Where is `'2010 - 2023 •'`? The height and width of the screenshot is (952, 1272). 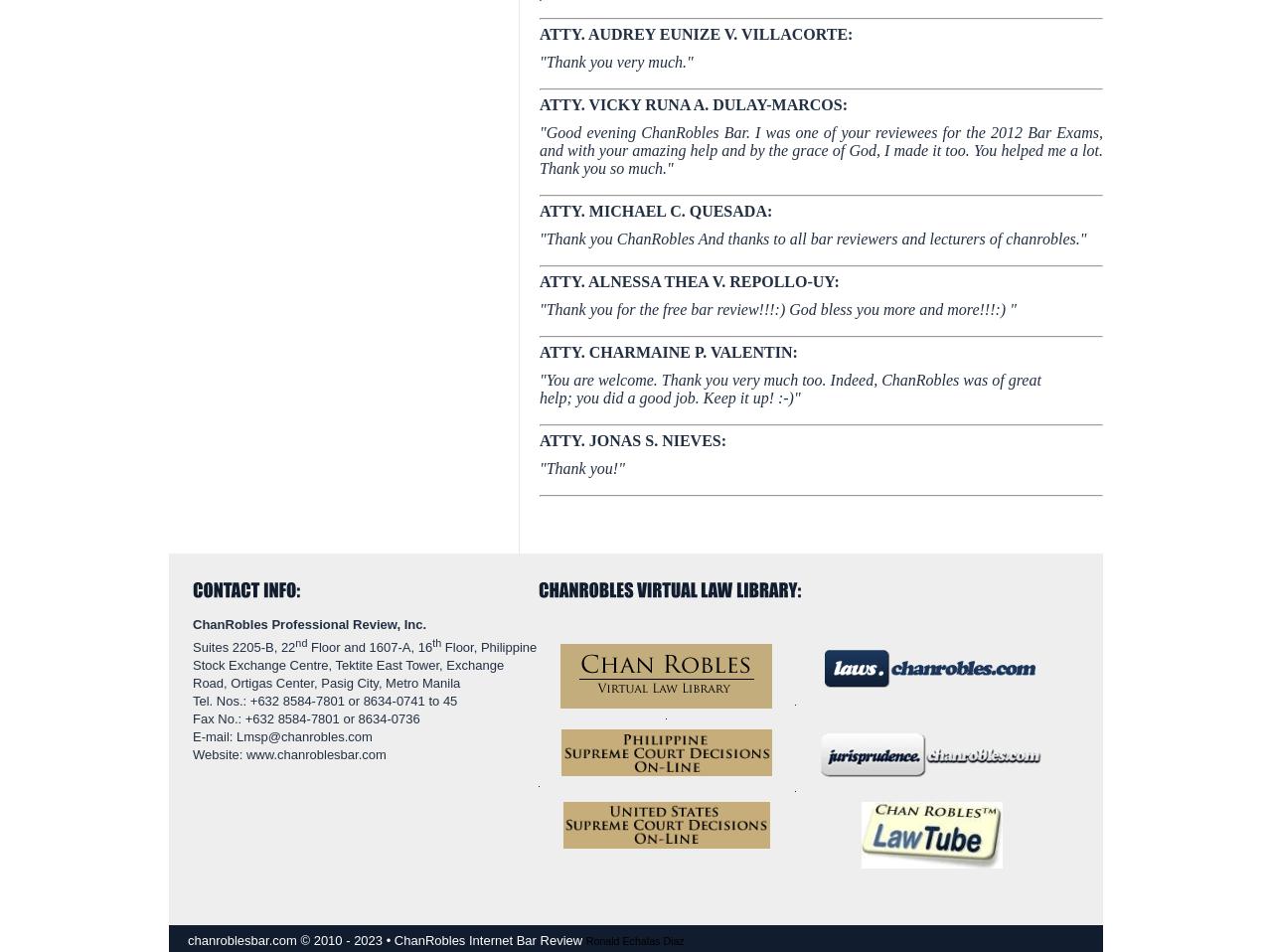
'2010 - 2023 •' is located at coordinates (353, 940).